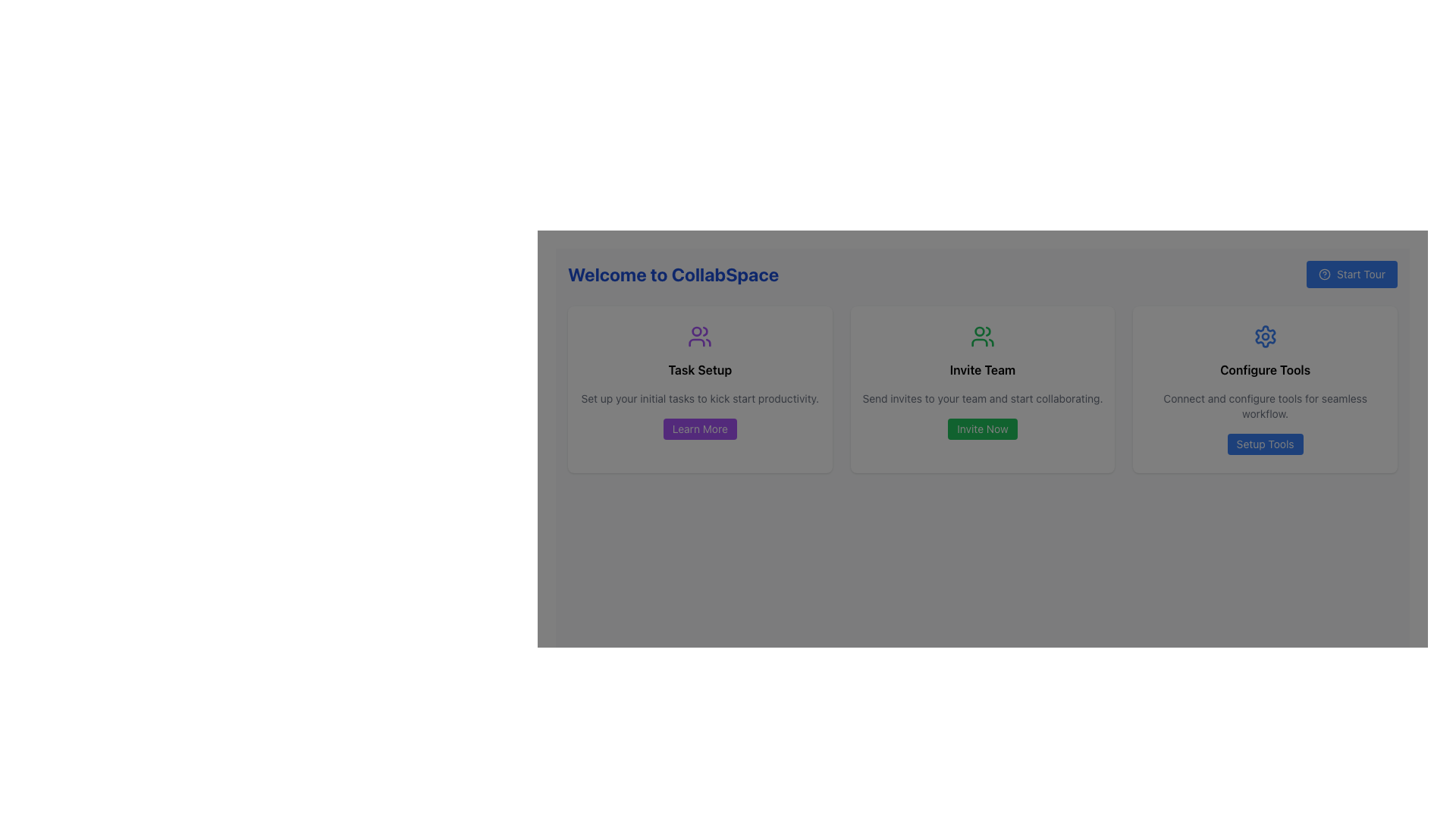  I want to click on the help icon located in the top-right corner of the 'Start Tour' button, so click(1324, 275).